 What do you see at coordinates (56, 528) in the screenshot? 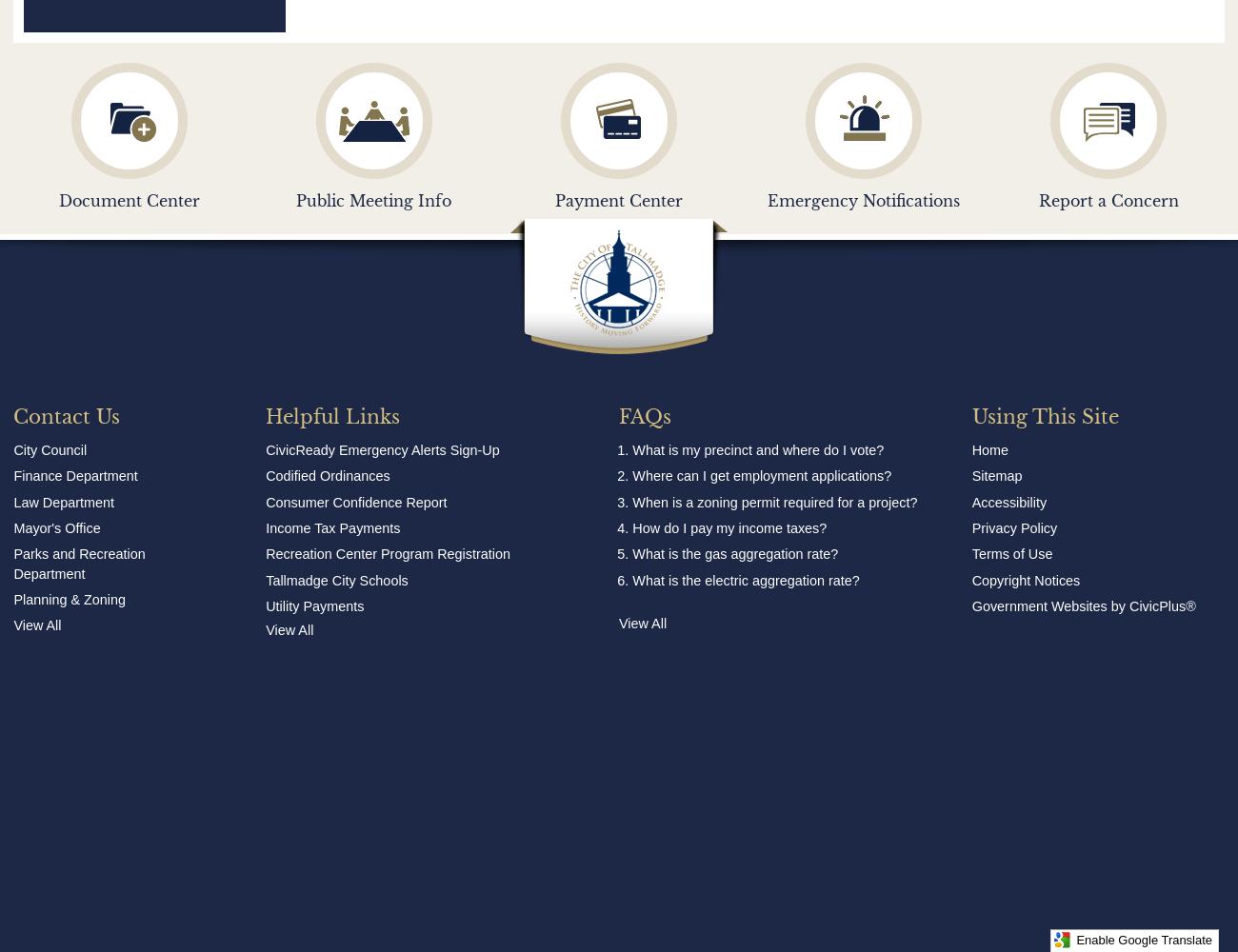
I see `'Mayor's Office'` at bounding box center [56, 528].